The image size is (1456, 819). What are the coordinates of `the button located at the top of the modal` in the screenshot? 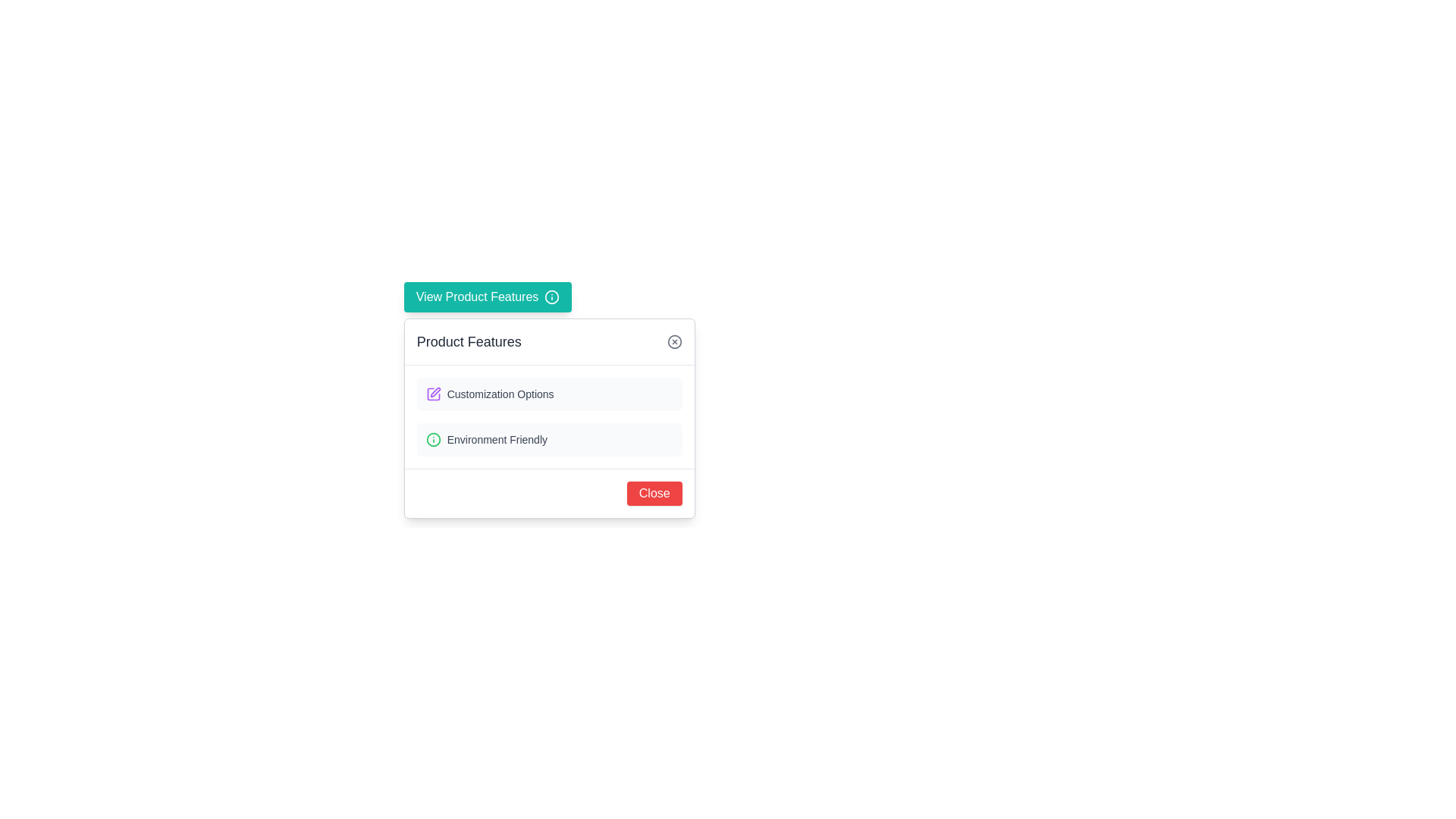 It's located at (488, 297).